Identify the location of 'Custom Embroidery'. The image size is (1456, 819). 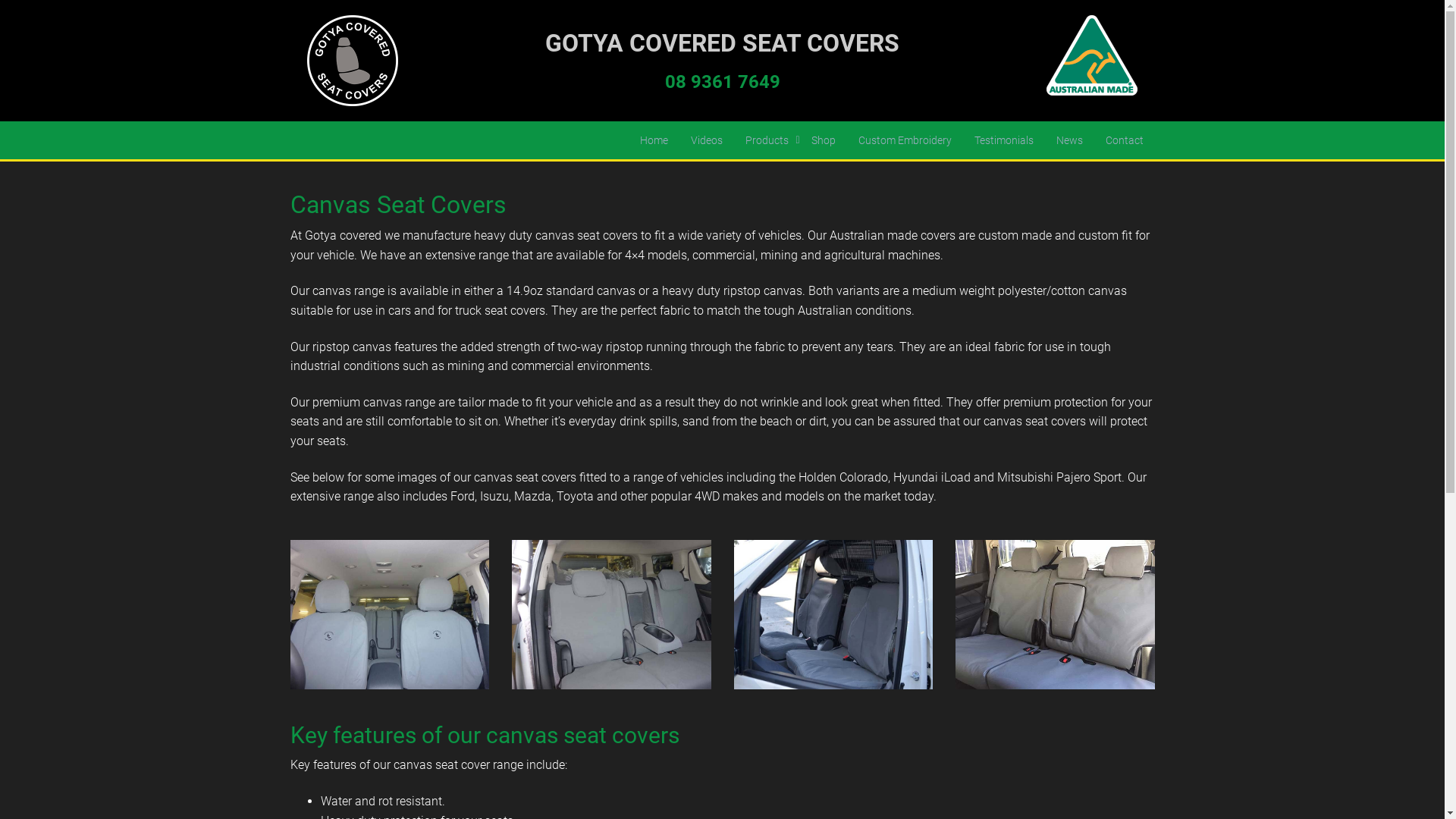
(904, 140).